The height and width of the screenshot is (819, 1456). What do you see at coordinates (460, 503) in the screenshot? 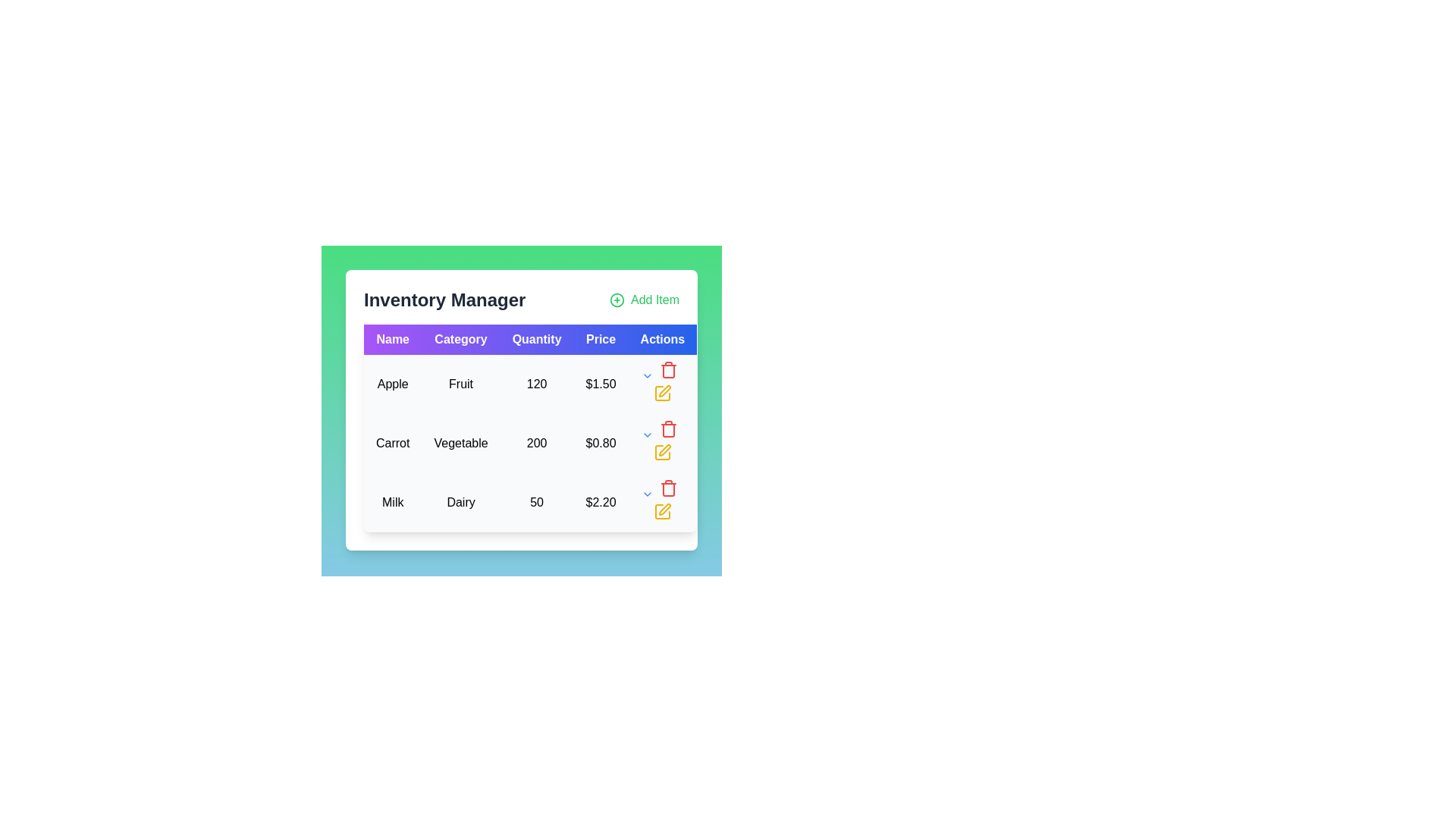
I see `the text label that displays 'Dairy', which is the second item in the row for 'Milk' in the table under the 'Category' column` at bounding box center [460, 503].